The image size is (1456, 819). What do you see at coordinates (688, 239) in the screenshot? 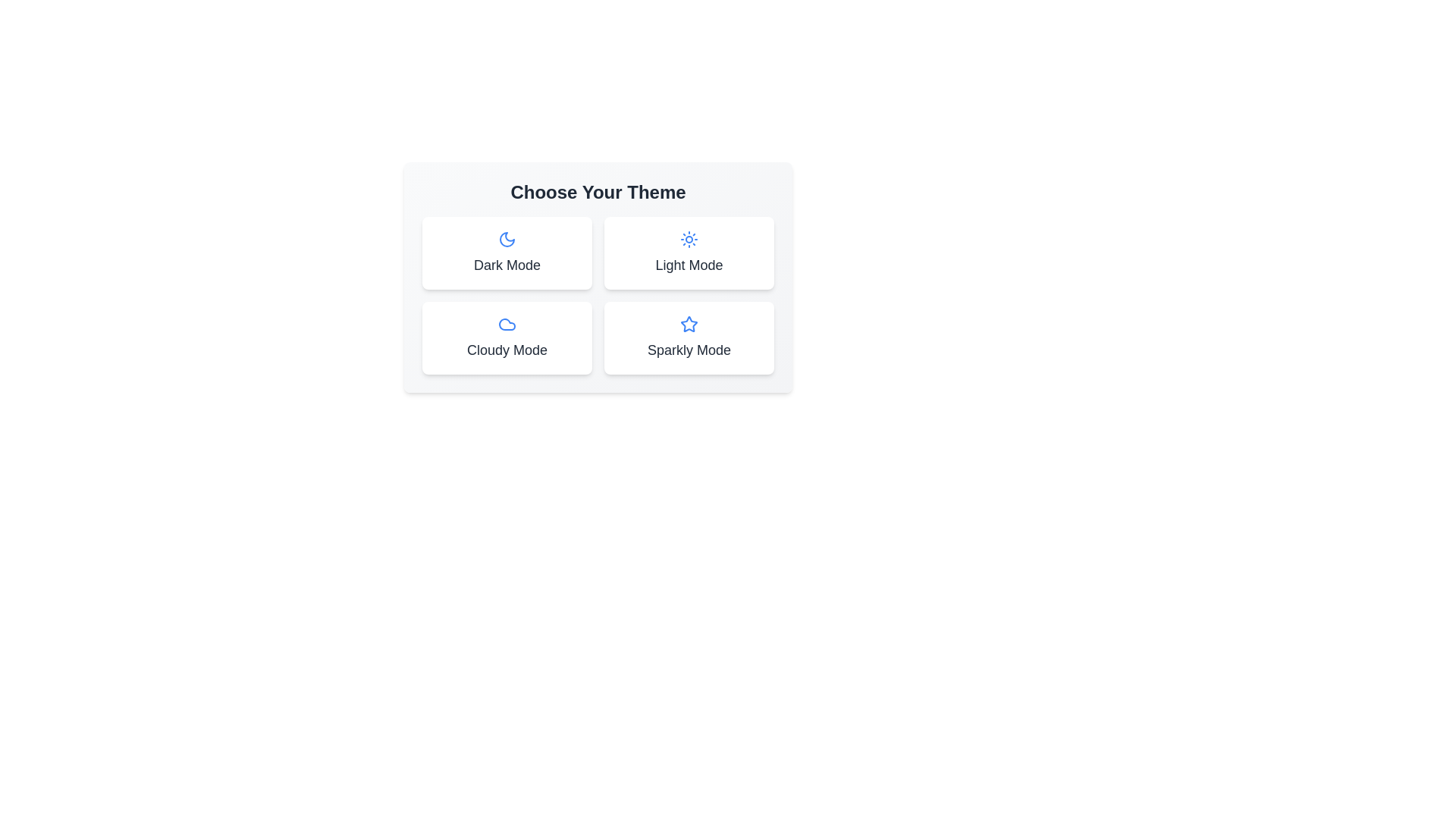
I see `the blue sun-shaped Decorative Icon located in the 'Light Mode' card, which is positioned in the top-right of the grid under 'Choose Your Theme'` at bounding box center [688, 239].